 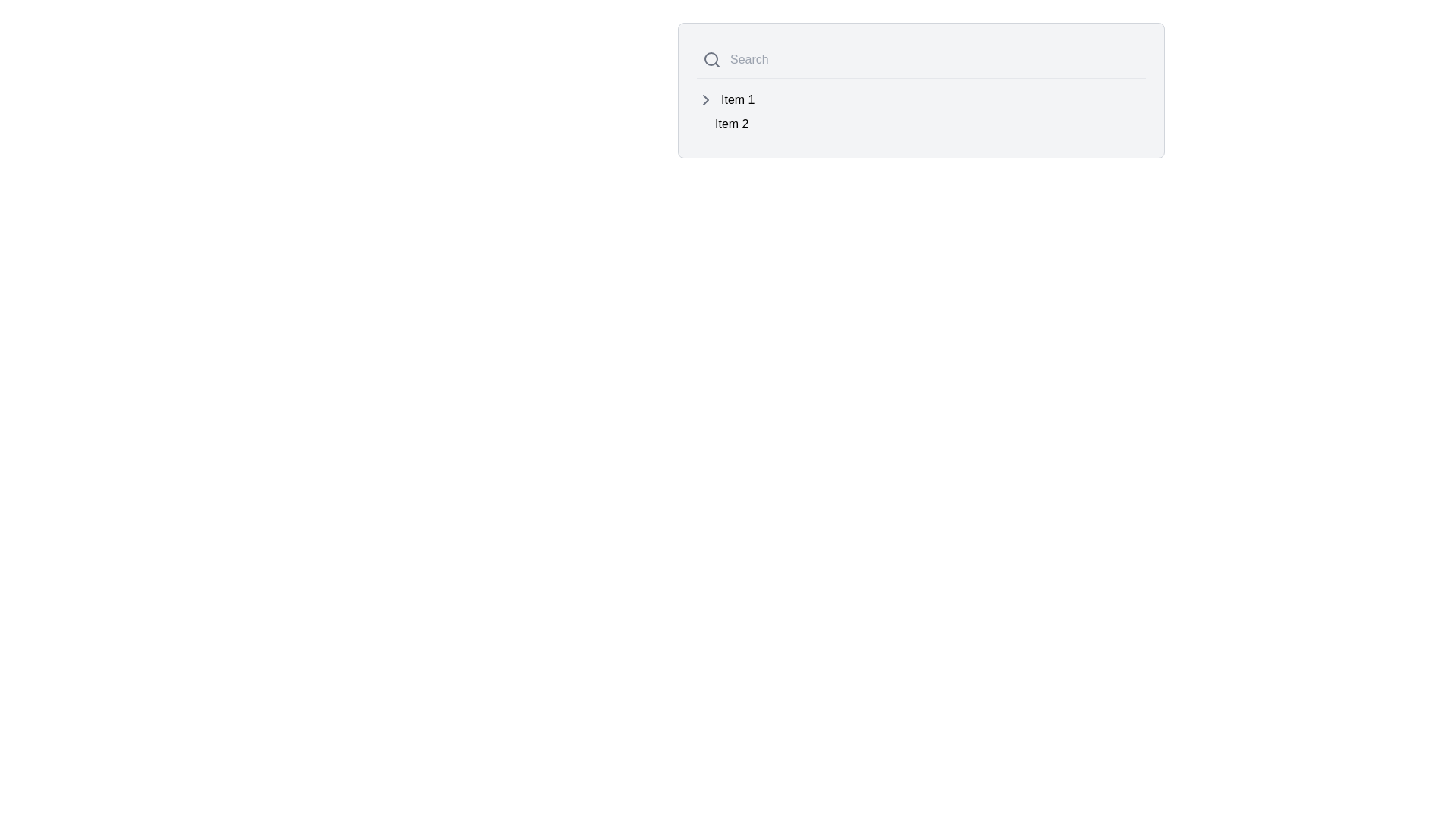 What do you see at coordinates (710, 58) in the screenshot?
I see `the SVG Circle Graphic that is part of the search icon, located beside the 'Search' text in the top-left corner of the UI card` at bounding box center [710, 58].